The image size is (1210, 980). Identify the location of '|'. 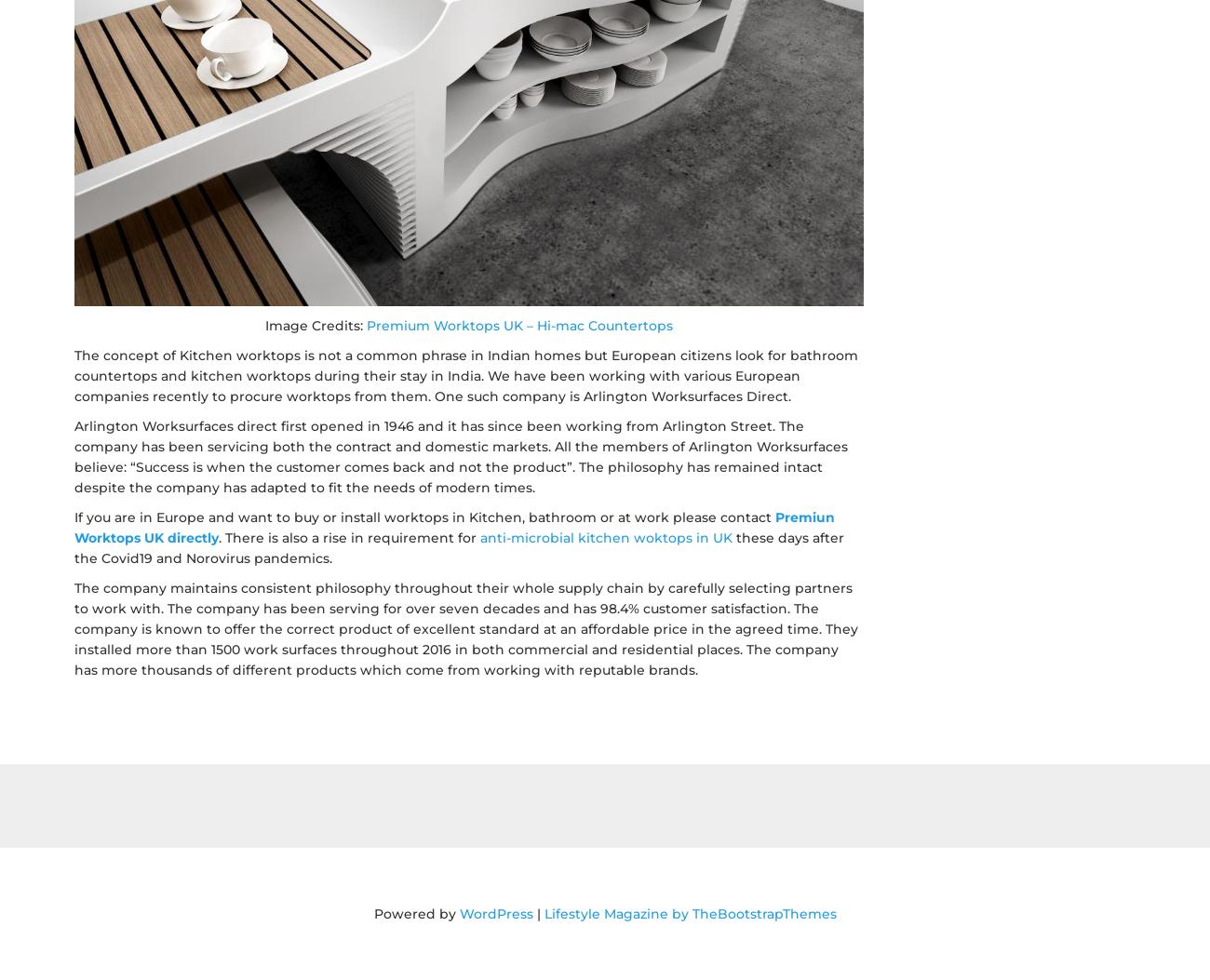
(531, 912).